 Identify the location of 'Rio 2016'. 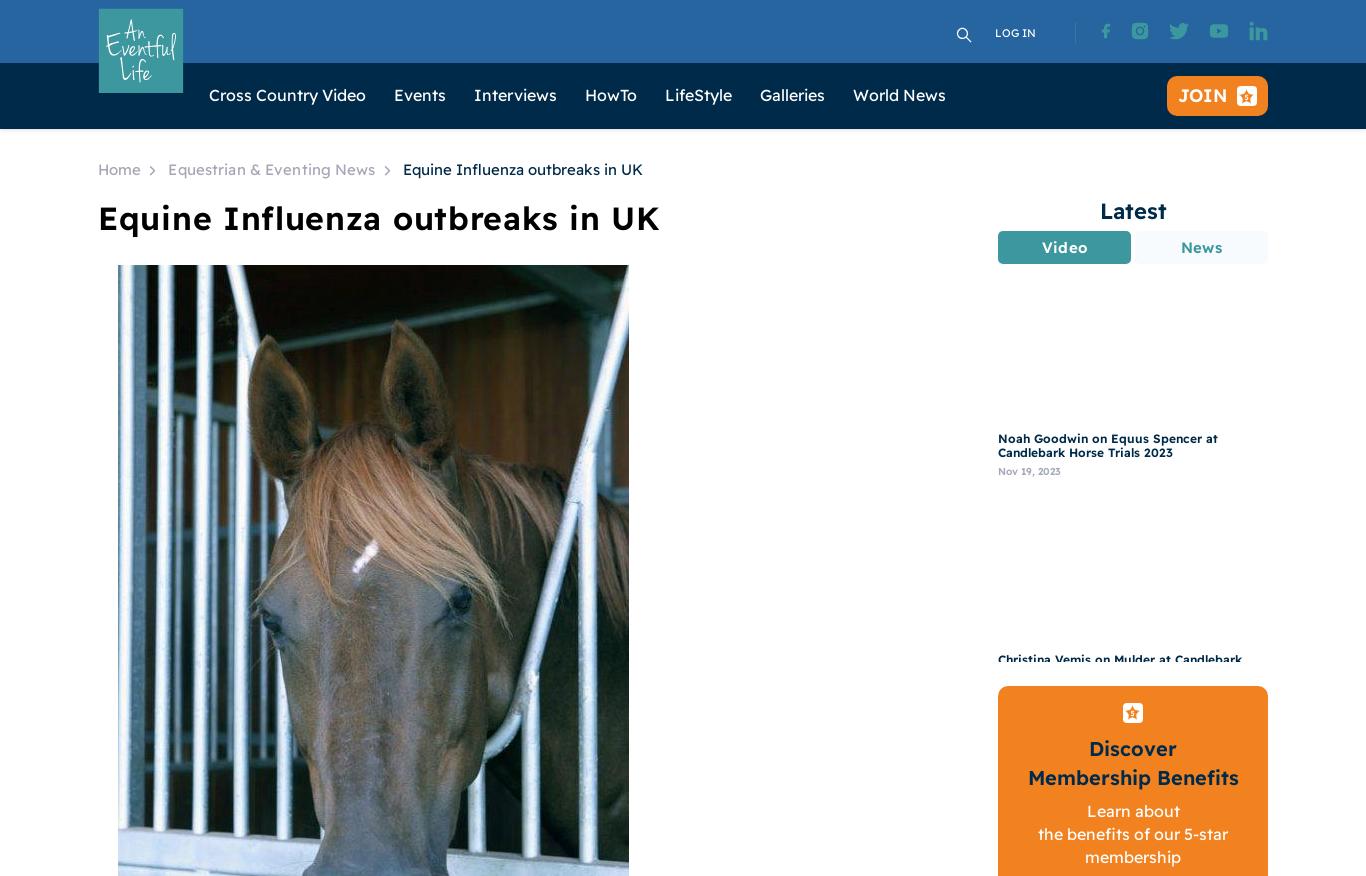
(617, 588).